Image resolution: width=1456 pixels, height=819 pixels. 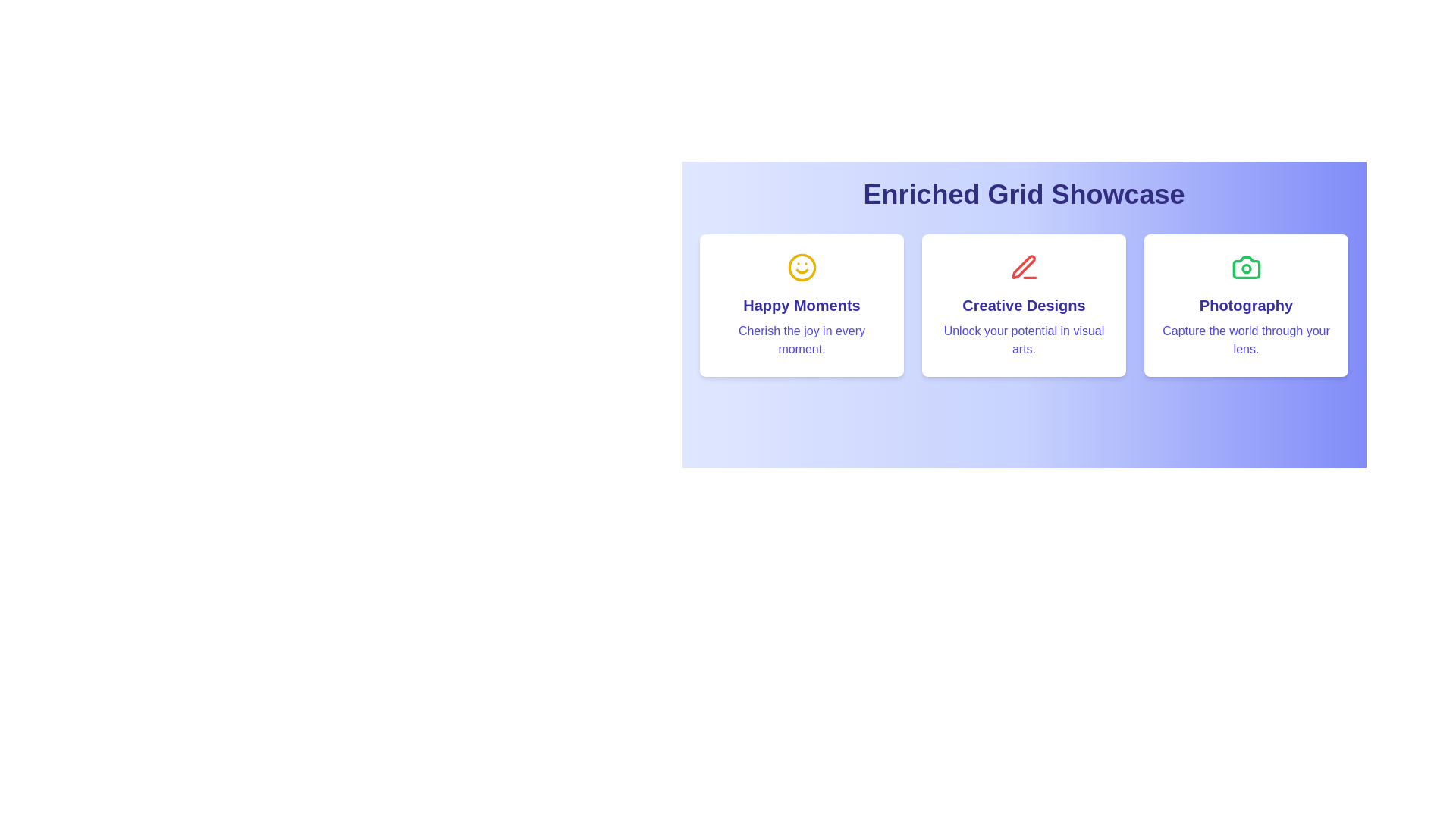 I want to click on informational card introducing the topic 'Creative Designs' located in the middle column of a three-column grid layout, positioned between 'Happy Moments' and 'Photography' cards, so click(x=1024, y=305).